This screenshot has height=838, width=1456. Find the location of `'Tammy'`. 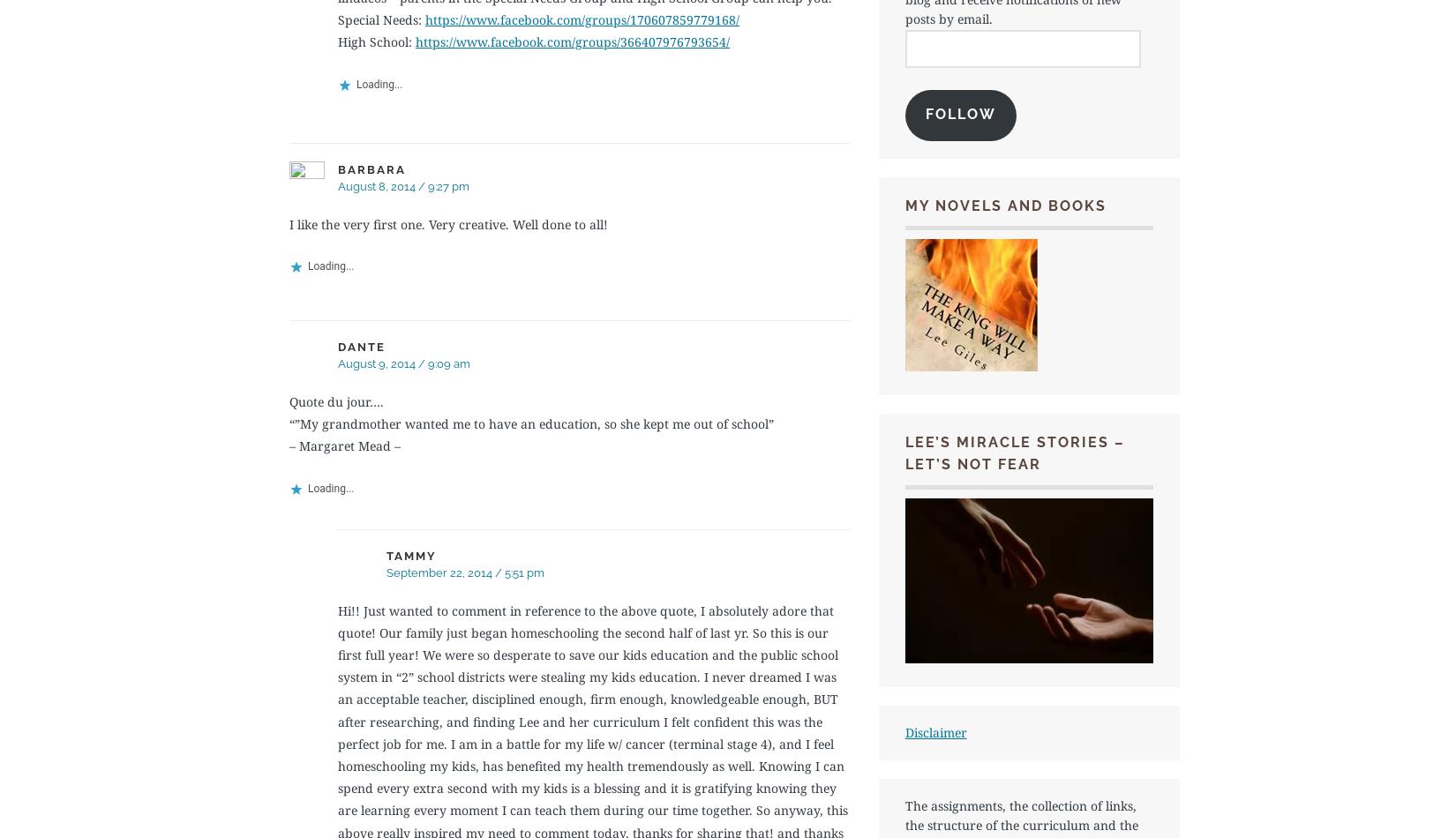

'Tammy' is located at coordinates (386, 555).